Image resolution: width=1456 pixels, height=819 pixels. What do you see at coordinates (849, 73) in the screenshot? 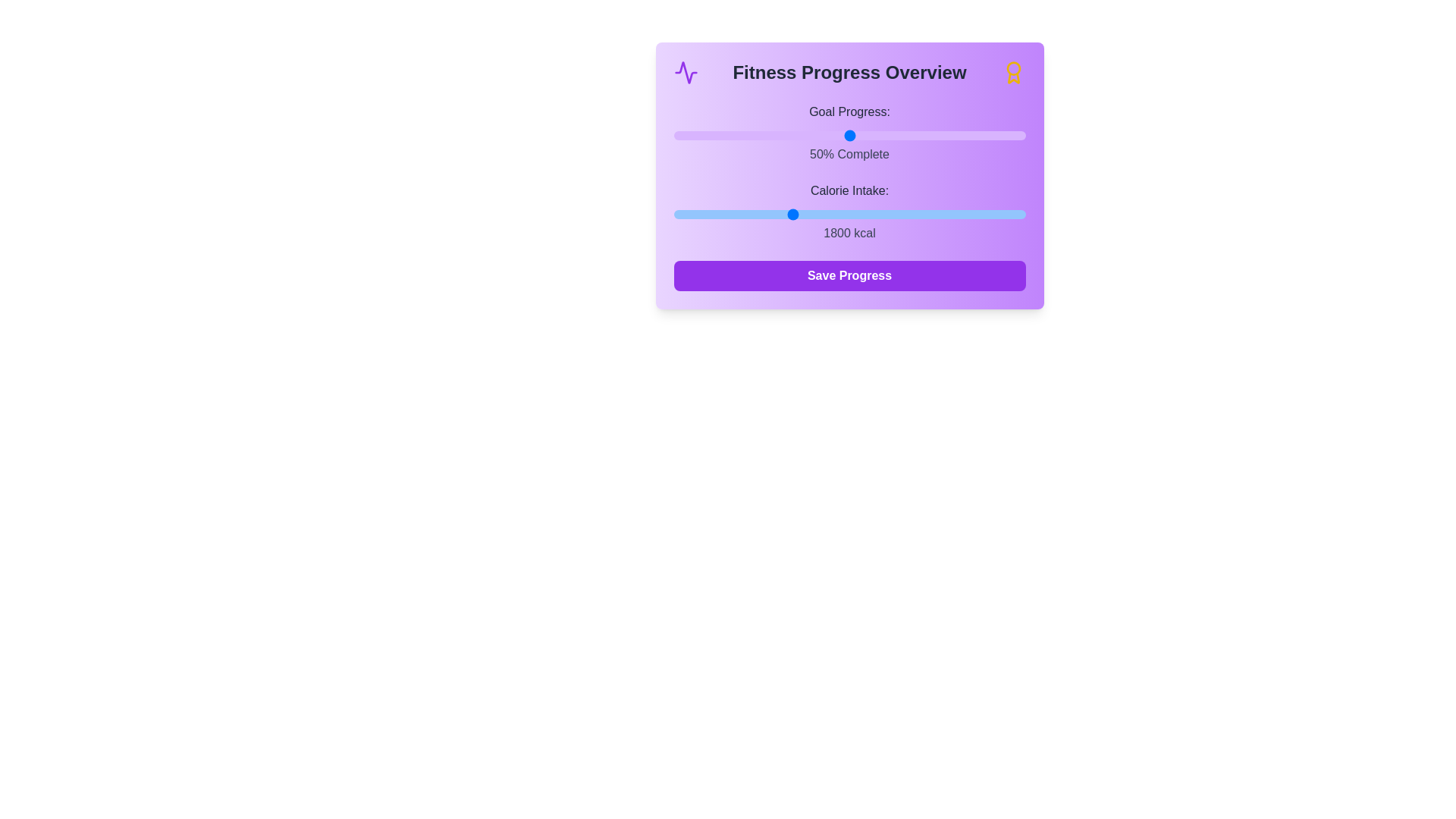
I see `text content of the header or title located at the top of the fitness tracking card, which is centrally positioned and flanked by icons` at bounding box center [849, 73].